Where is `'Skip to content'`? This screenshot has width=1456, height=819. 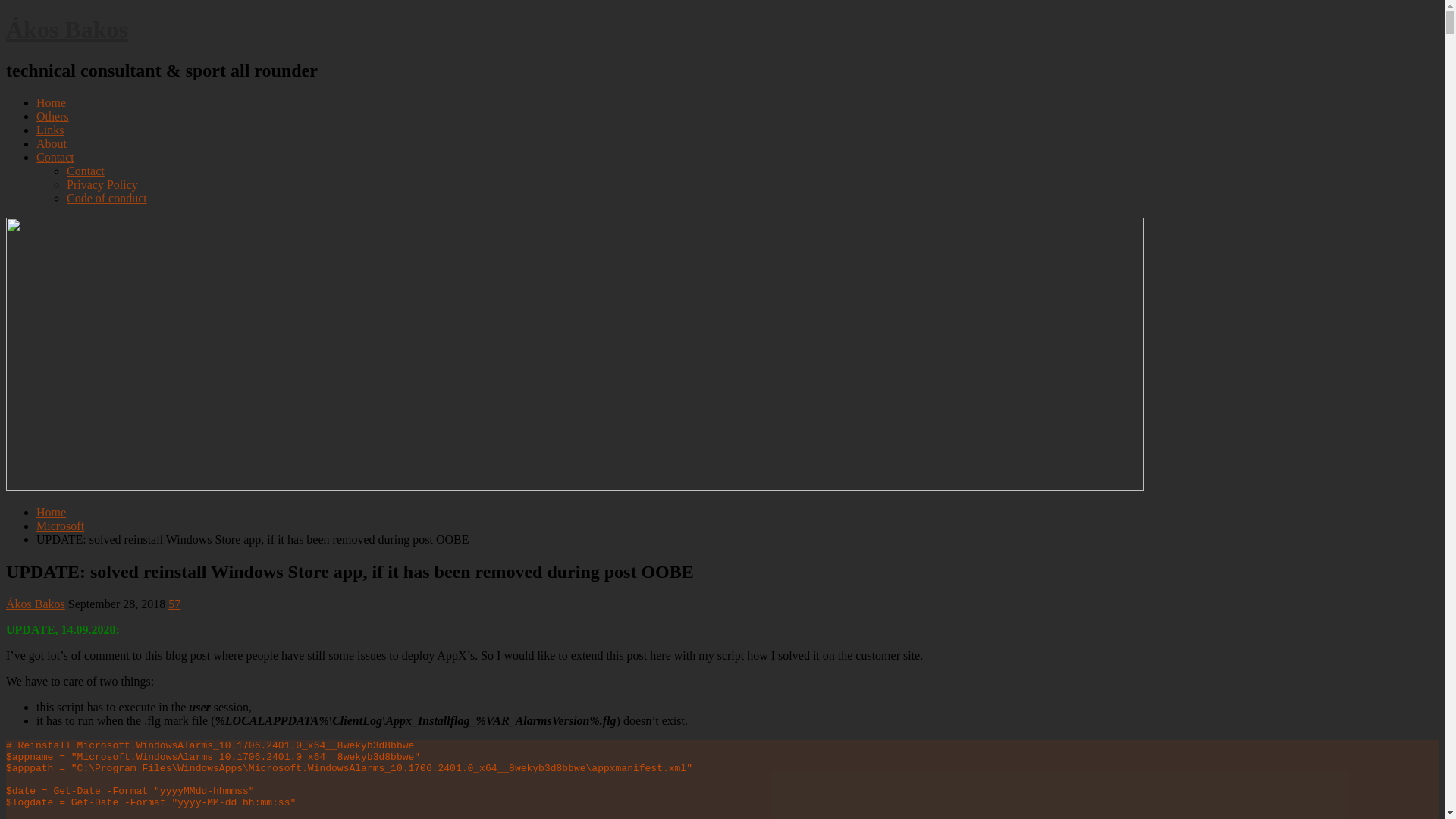 'Skip to content' is located at coordinates (5, 15).